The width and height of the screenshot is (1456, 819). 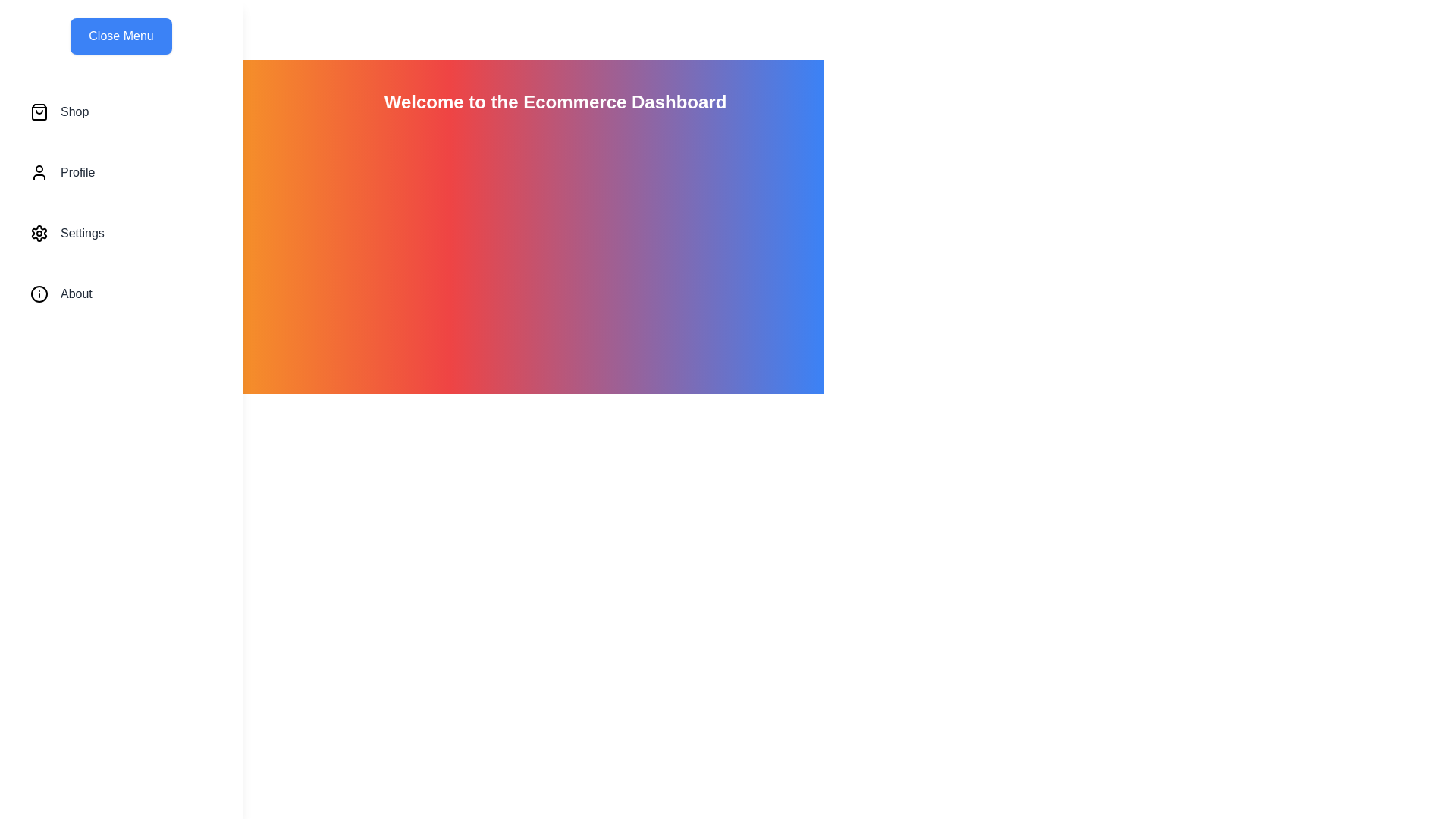 What do you see at coordinates (120, 111) in the screenshot?
I see `the menu item Shop to highlight it` at bounding box center [120, 111].